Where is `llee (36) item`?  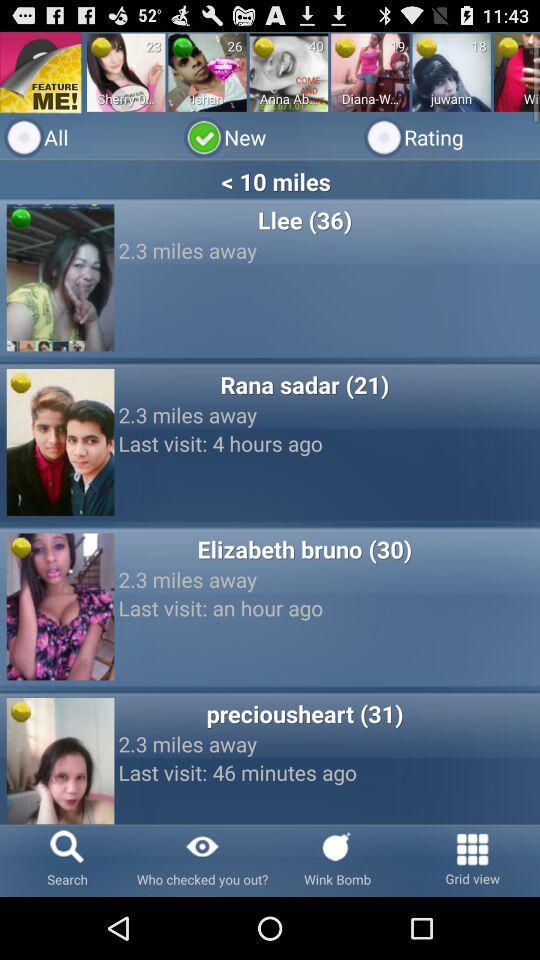 llee (36) item is located at coordinates (303, 219).